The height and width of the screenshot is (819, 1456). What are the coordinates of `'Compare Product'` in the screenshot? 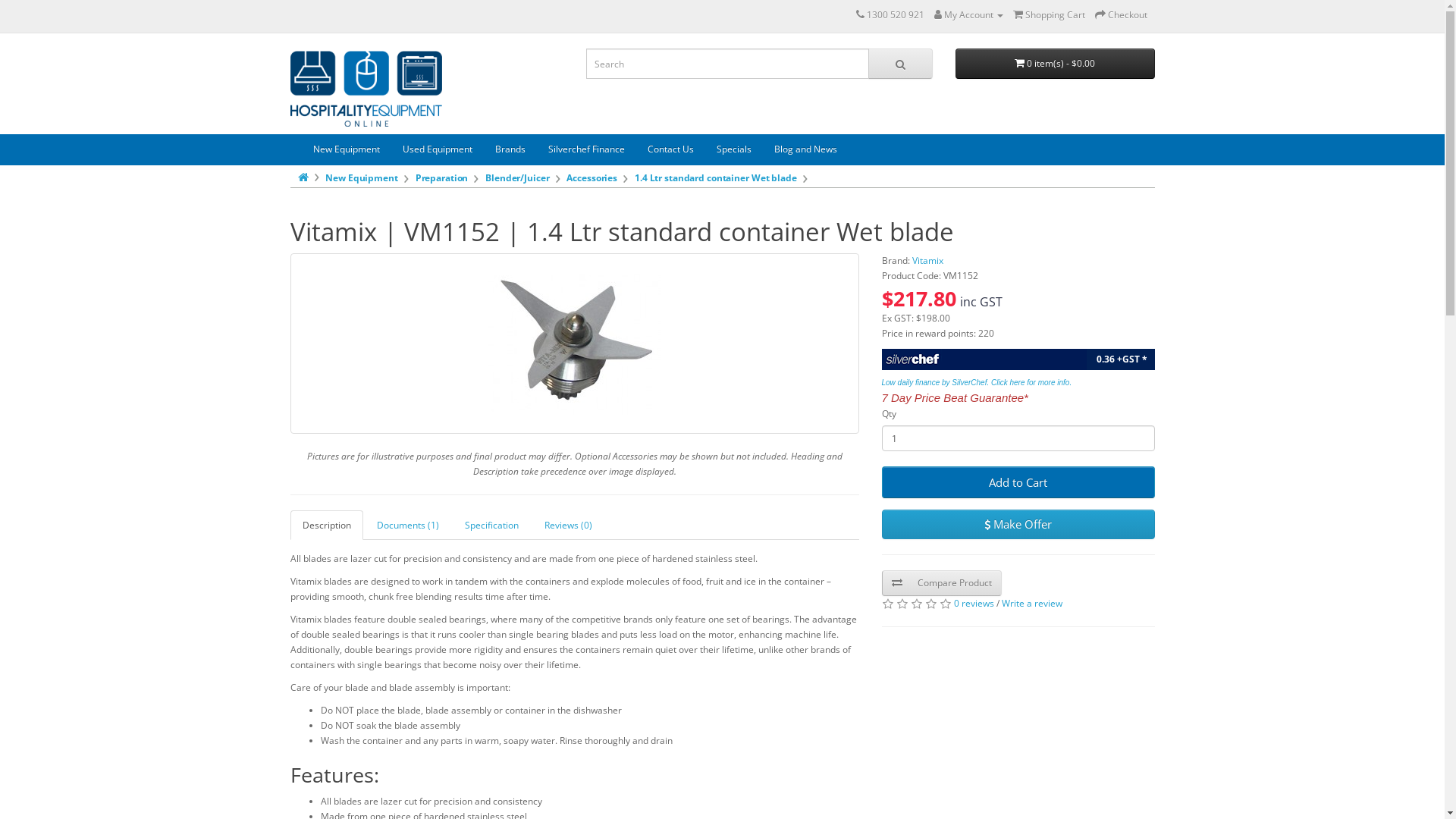 It's located at (940, 582).